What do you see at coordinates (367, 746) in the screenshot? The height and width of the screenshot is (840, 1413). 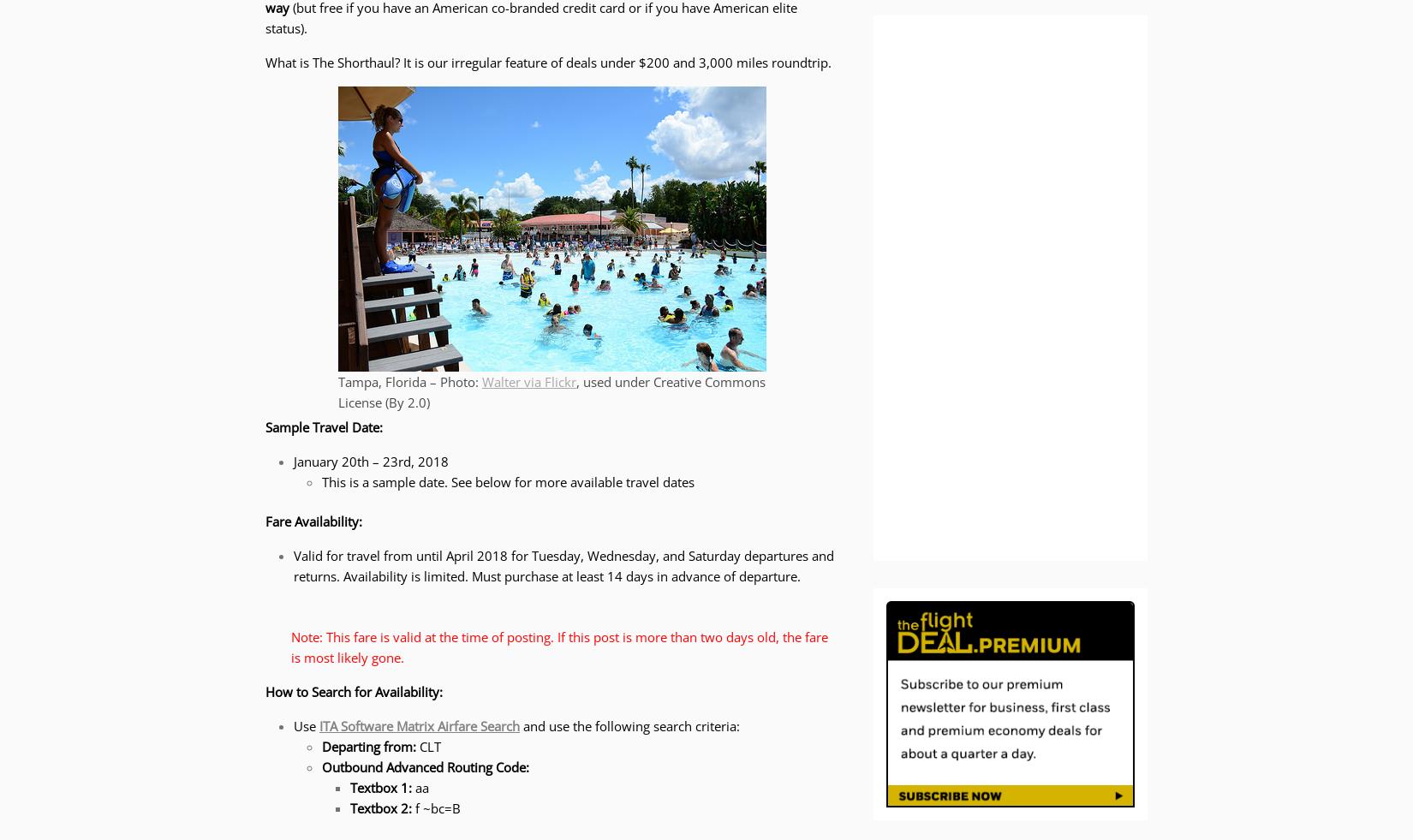 I see `'Departing from:'` at bounding box center [367, 746].